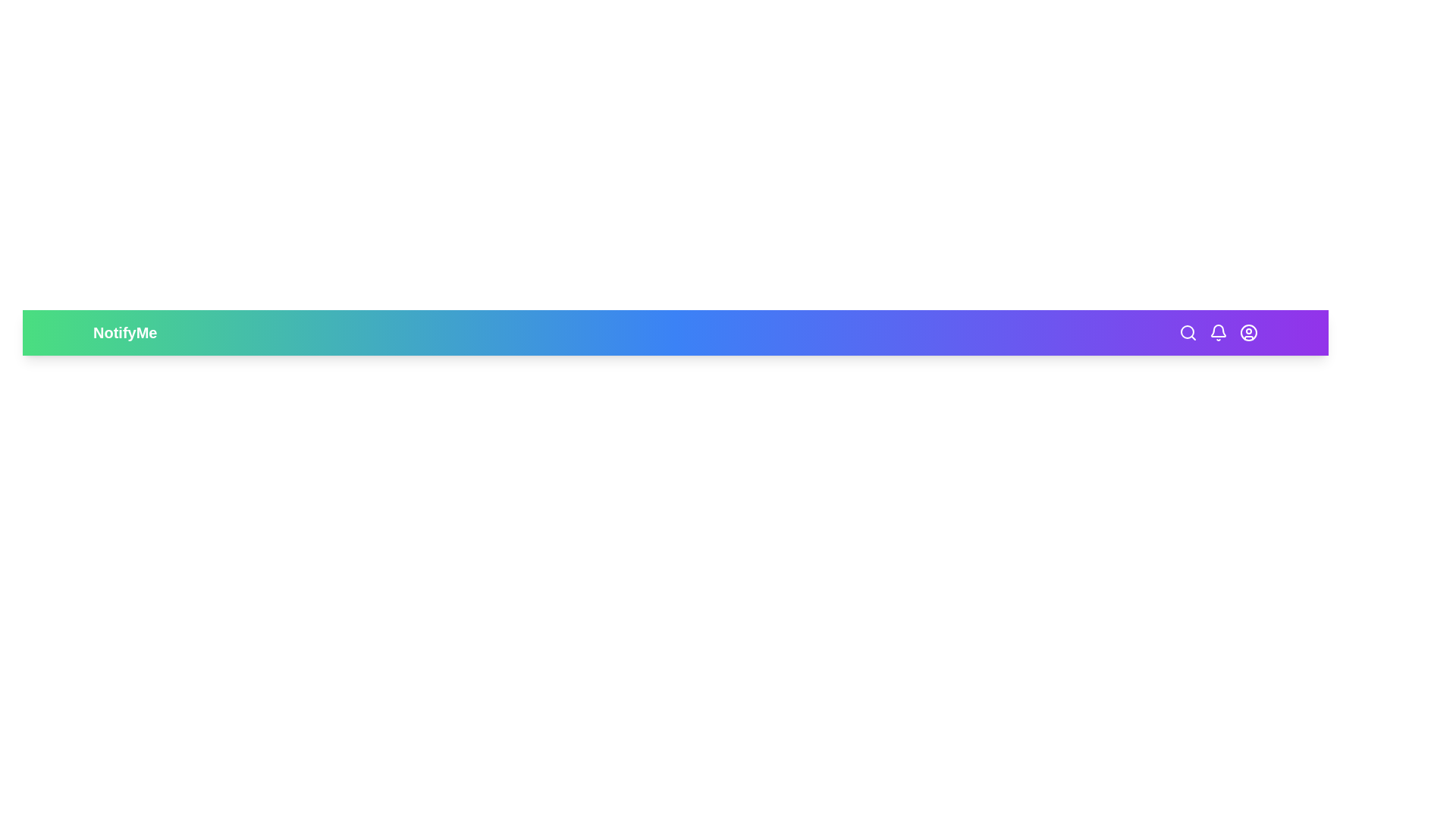 The image size is (1456, 819). I want to click on the bell icon to view notifications, so click(1219, 332).